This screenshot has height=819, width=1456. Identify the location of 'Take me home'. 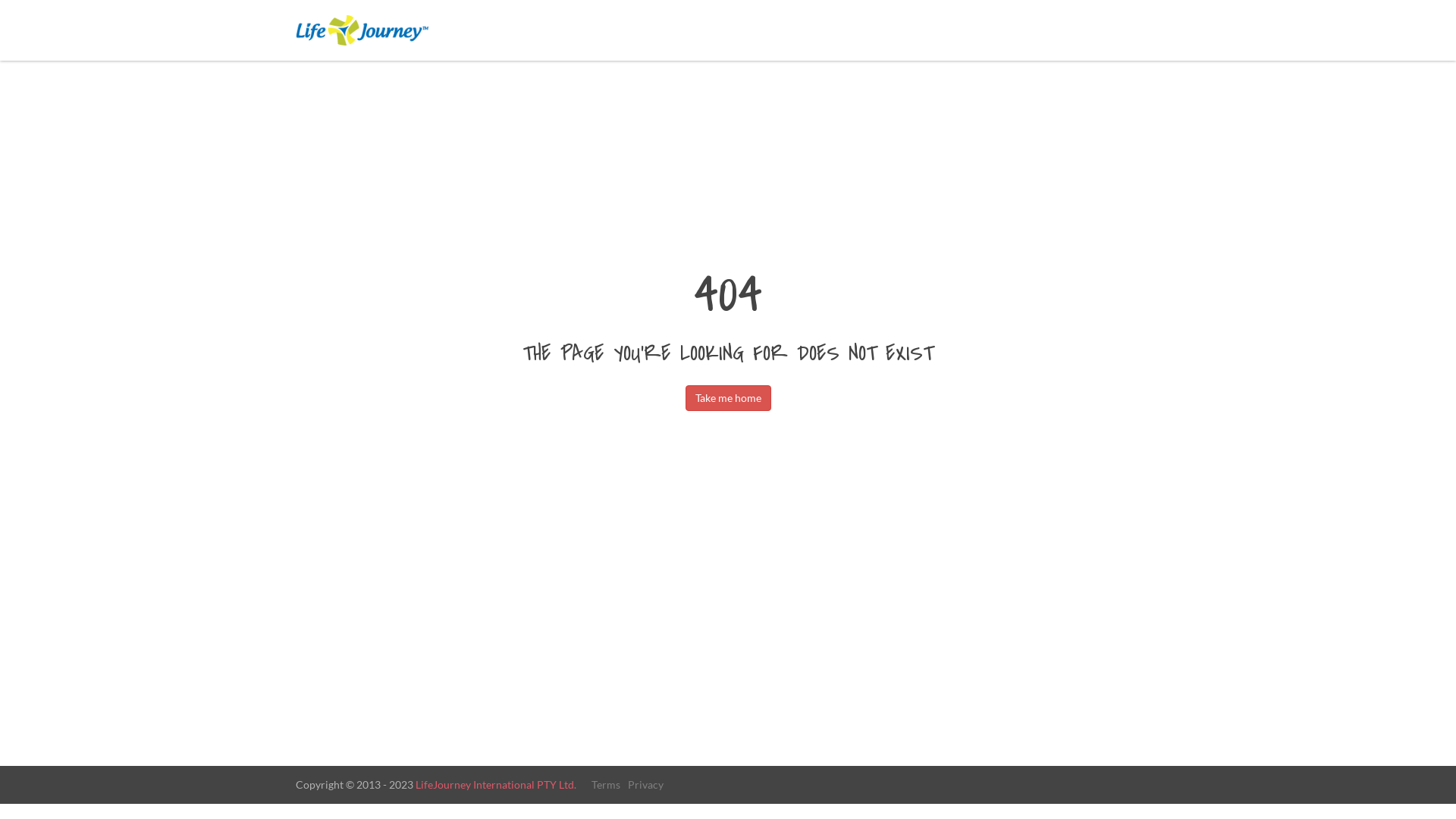
(728, 397).